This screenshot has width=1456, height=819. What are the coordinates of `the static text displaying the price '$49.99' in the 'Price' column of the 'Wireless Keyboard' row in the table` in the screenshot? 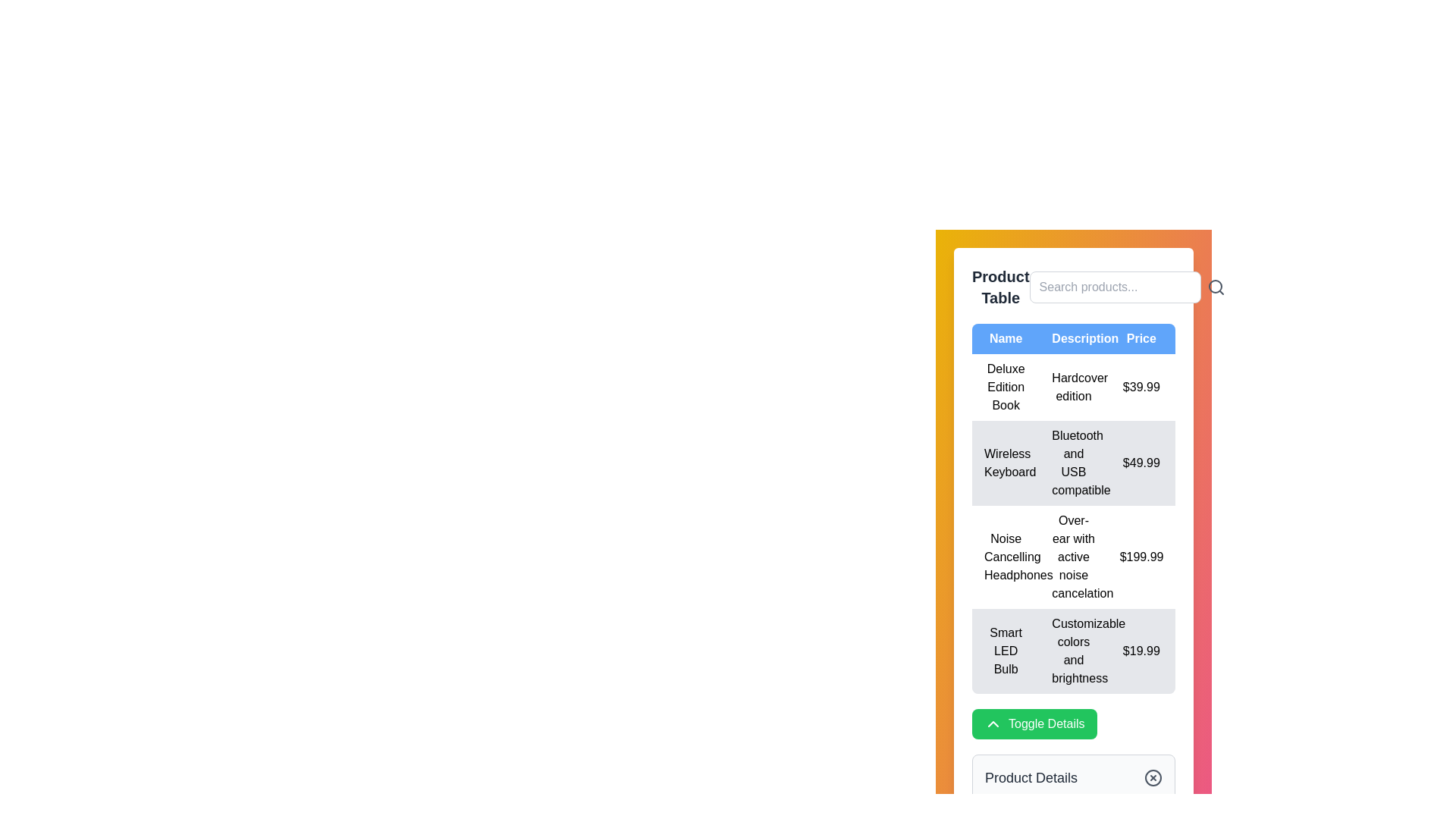 It's located at (1141, 462).